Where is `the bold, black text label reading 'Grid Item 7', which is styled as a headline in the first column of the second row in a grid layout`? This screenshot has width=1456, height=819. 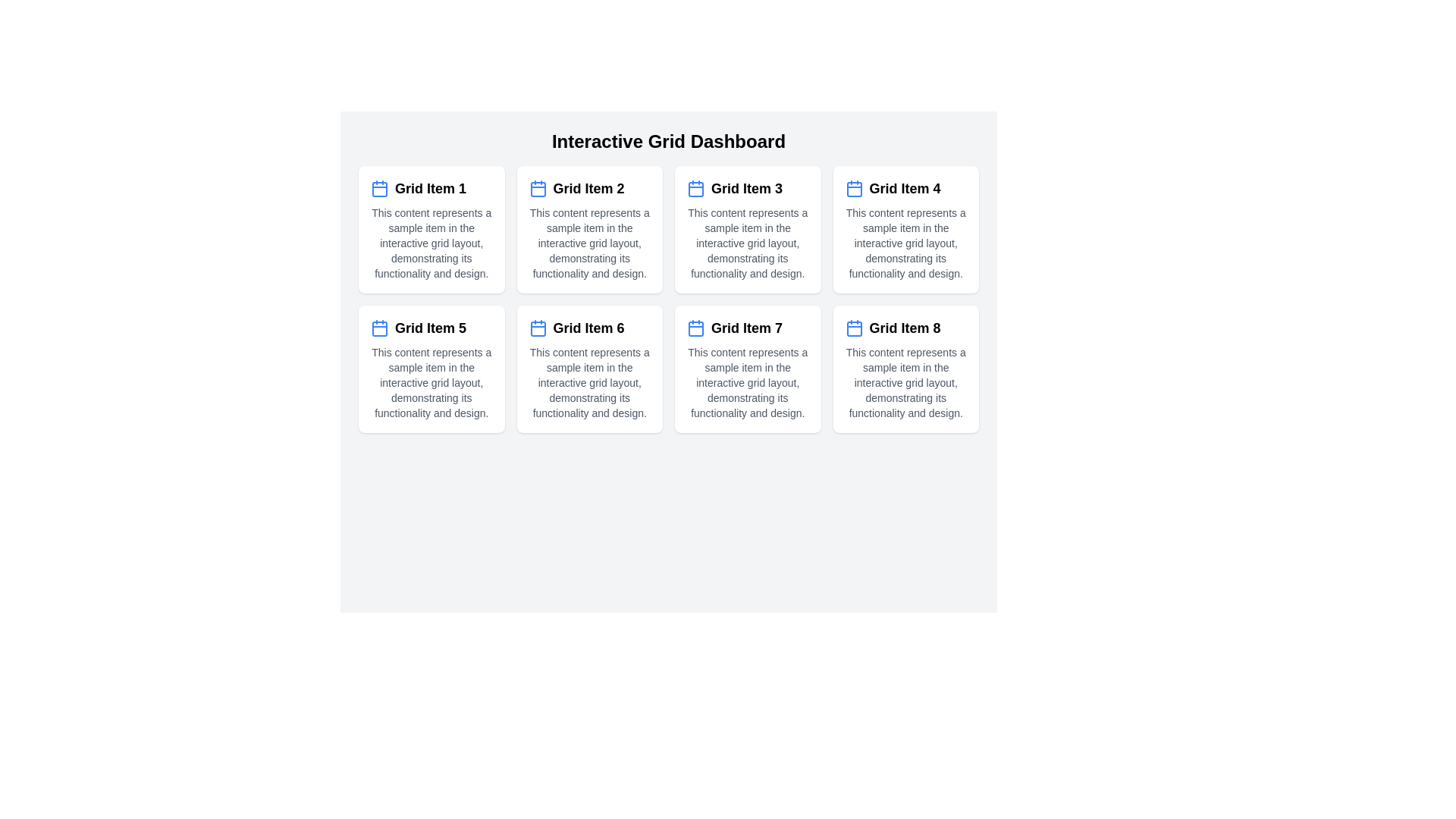 the bold, black text label reading 'Grid Item 7', which is styled as a headline in the first column of the second row in a grid layout is located at coordinates (746, 327).